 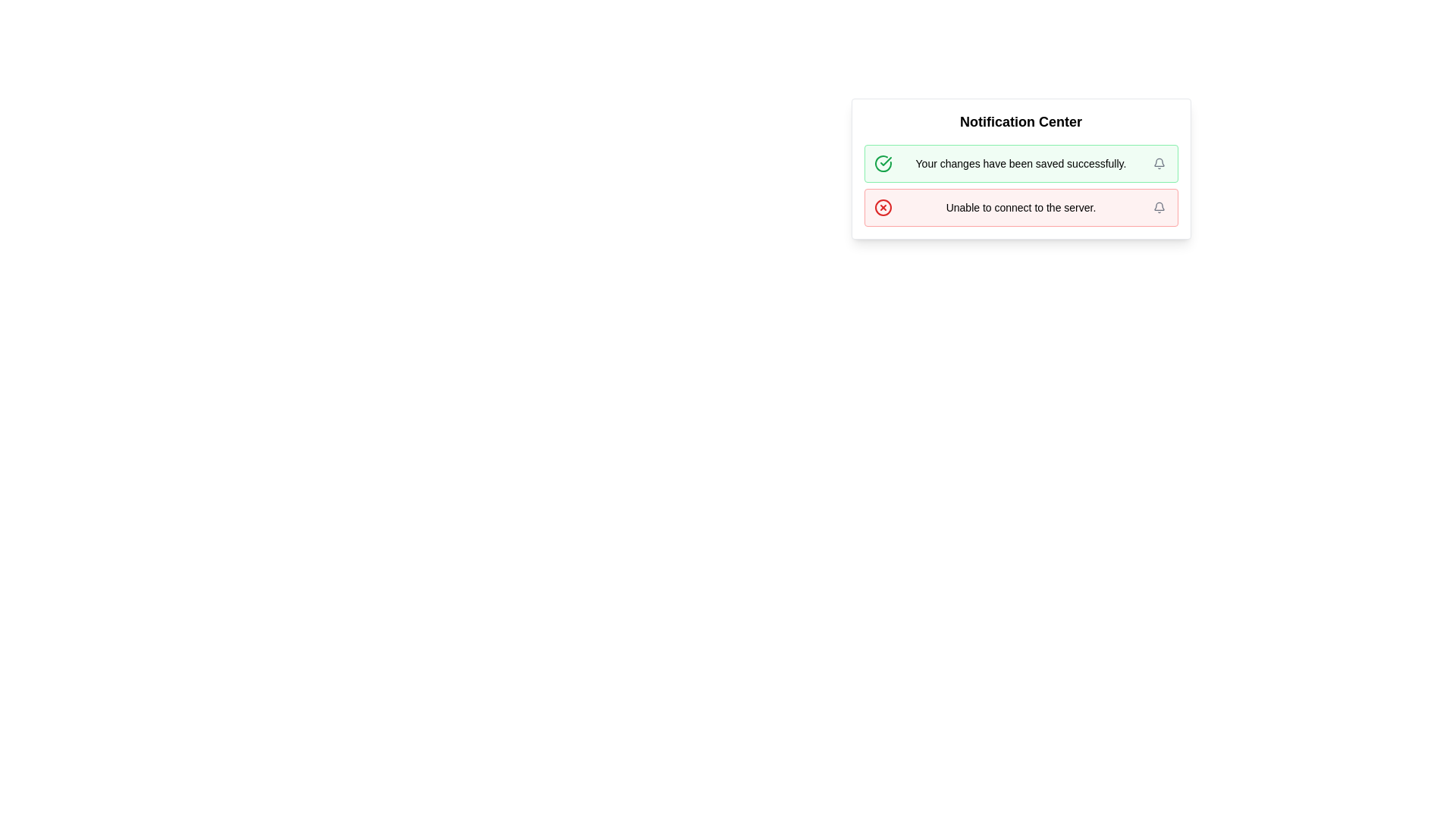 What do you see at coordinates (883, 164) in the screenshot?
I see `the circular green checkmark icon located in the notification area of the interface, which indicates that changes have been saved successfully` at bounding box center [883, 164].